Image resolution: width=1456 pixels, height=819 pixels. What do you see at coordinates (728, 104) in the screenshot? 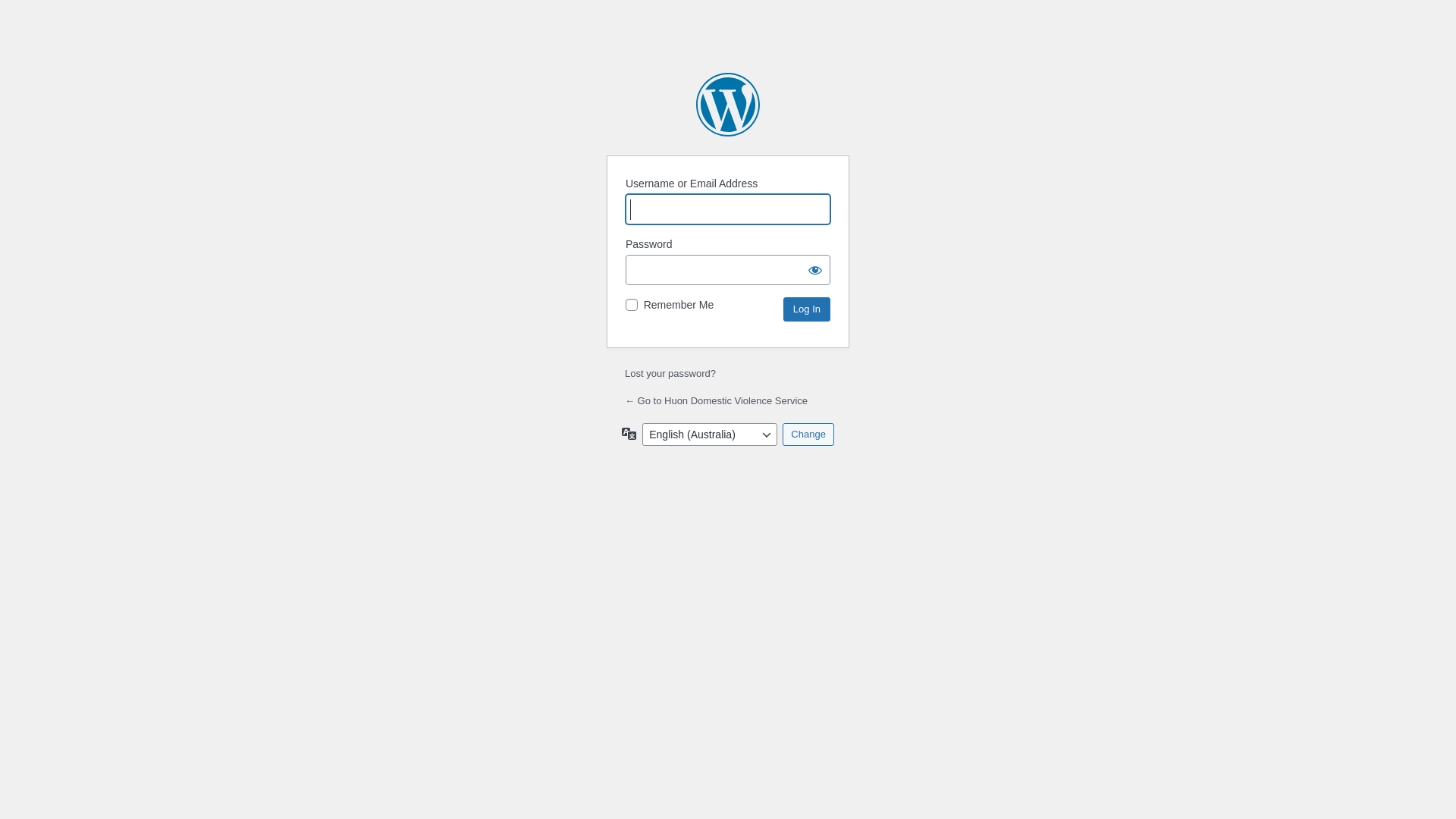
I see `'Powered by WordPress'` at bounding box center [728, 104].